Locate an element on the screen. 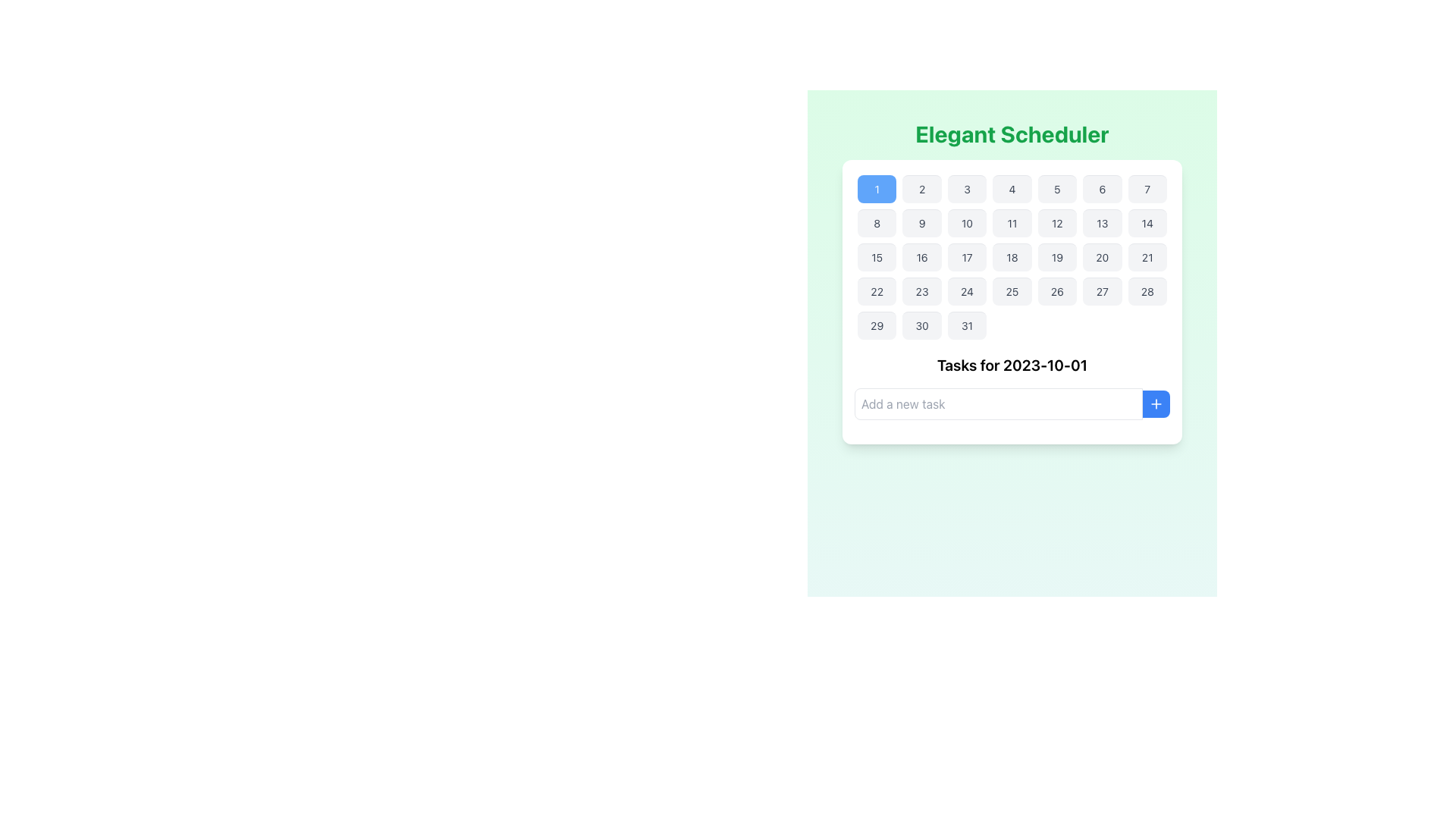 The height and width of the screenshot is (819, 1456). the button representing the first day of a month in the calendar view is located at coordinates (877, 188).